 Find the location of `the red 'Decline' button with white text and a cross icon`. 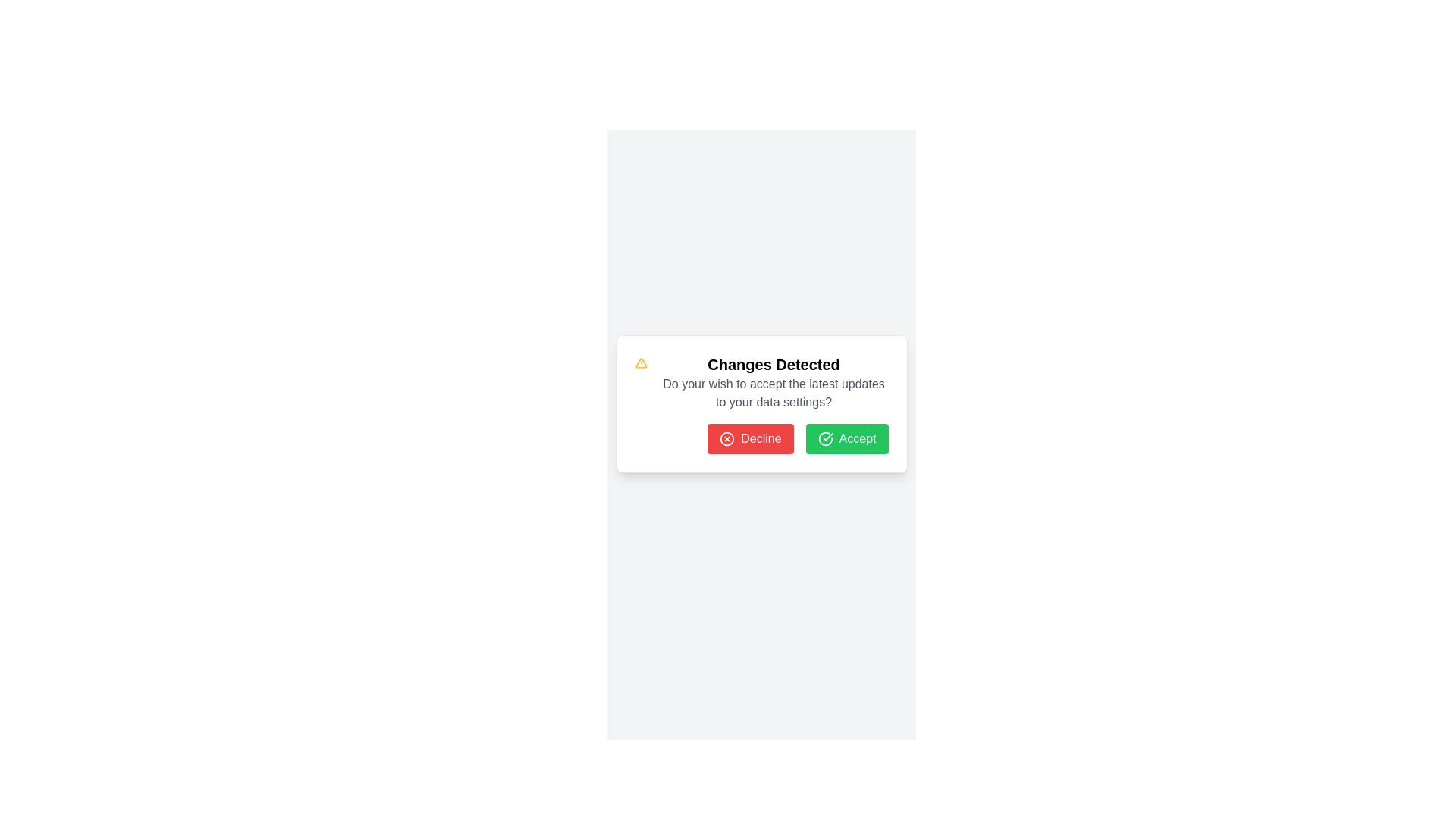

the red 'Decline' button with white text and a cross icon is located at coordinates (750, 438).